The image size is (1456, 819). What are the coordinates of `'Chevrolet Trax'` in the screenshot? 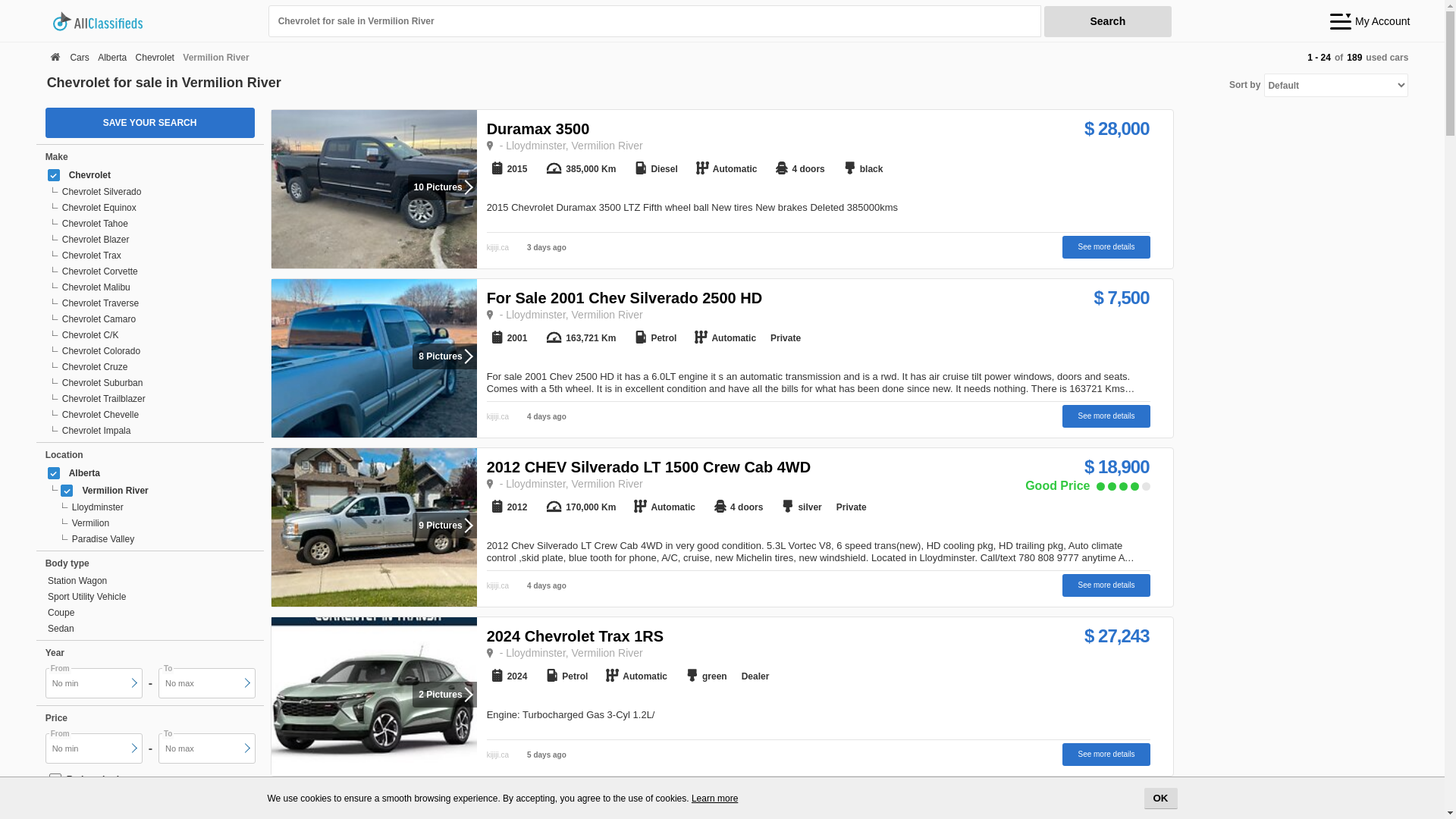 It's located at (153, 255).